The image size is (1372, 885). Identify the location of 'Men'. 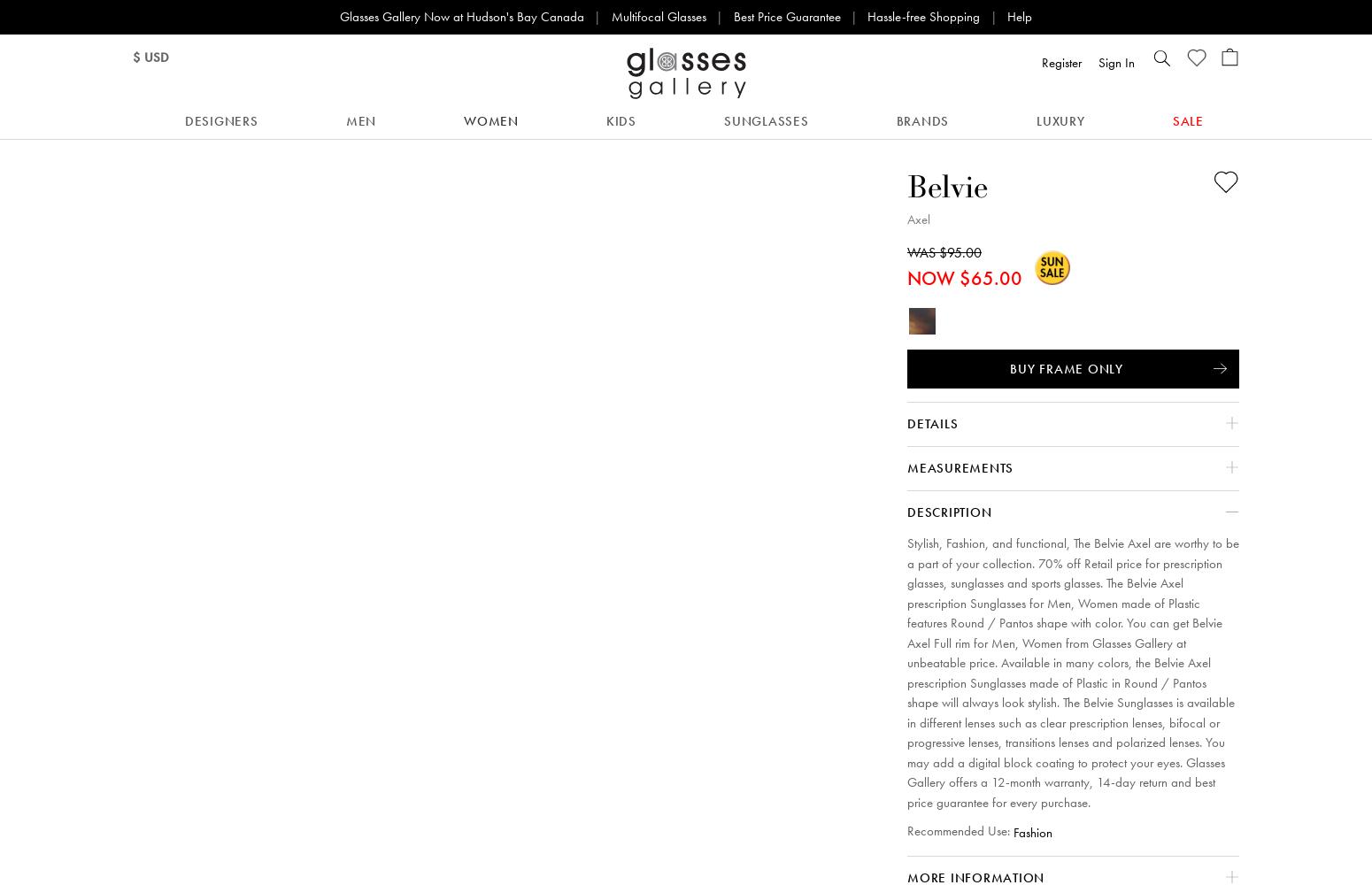
(360, 121).